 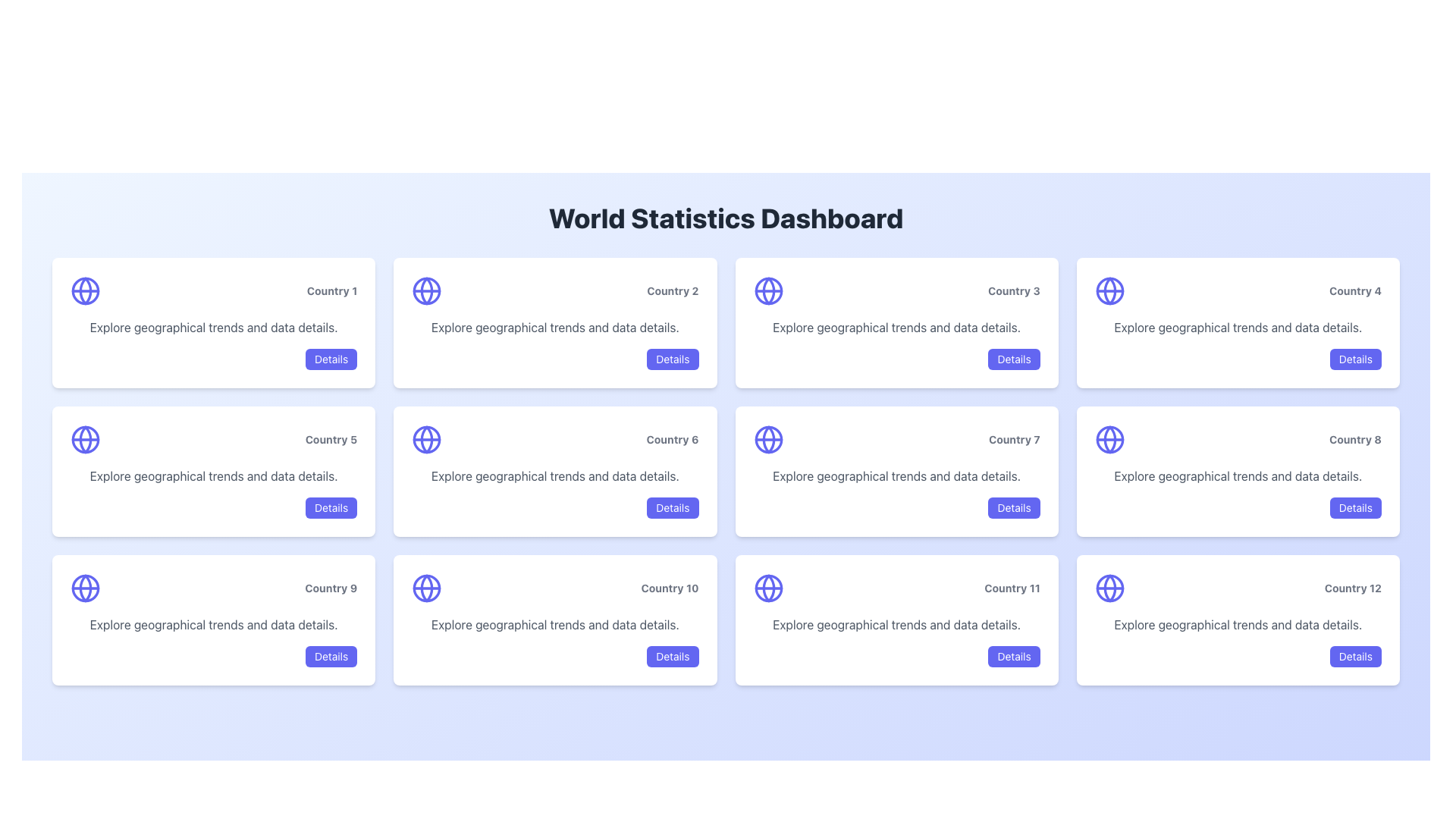 What do you see at coordinates (896, 475) in the screenshot?
I see `the descriptive text located within the card labeled 'Country 7', which is positioned below the heading 'Country 7' and above the 'Details' button` at bounding box center [896, 475].